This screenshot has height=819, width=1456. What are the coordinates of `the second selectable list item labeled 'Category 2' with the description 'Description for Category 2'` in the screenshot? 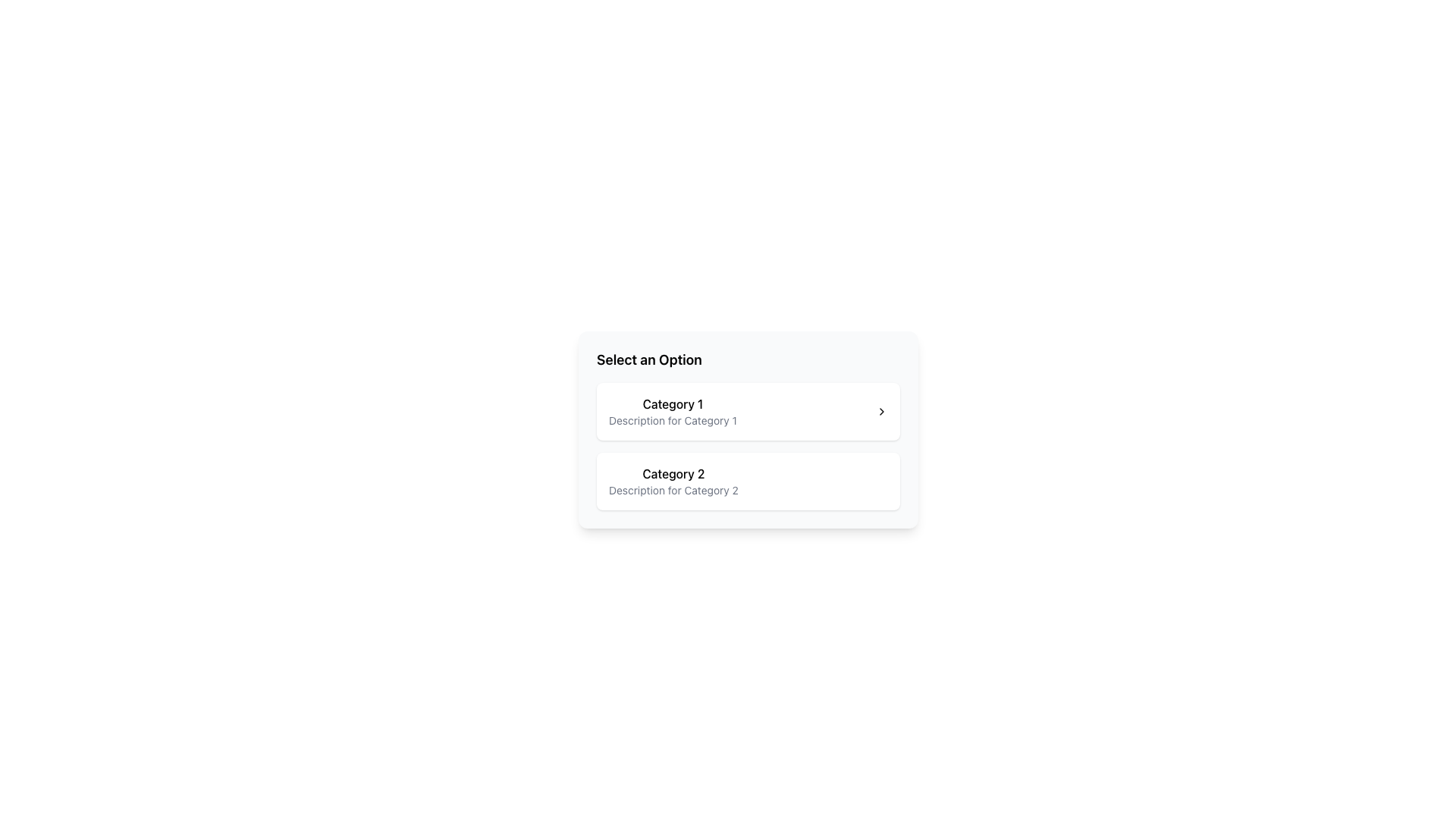 It's located at (748, 482).